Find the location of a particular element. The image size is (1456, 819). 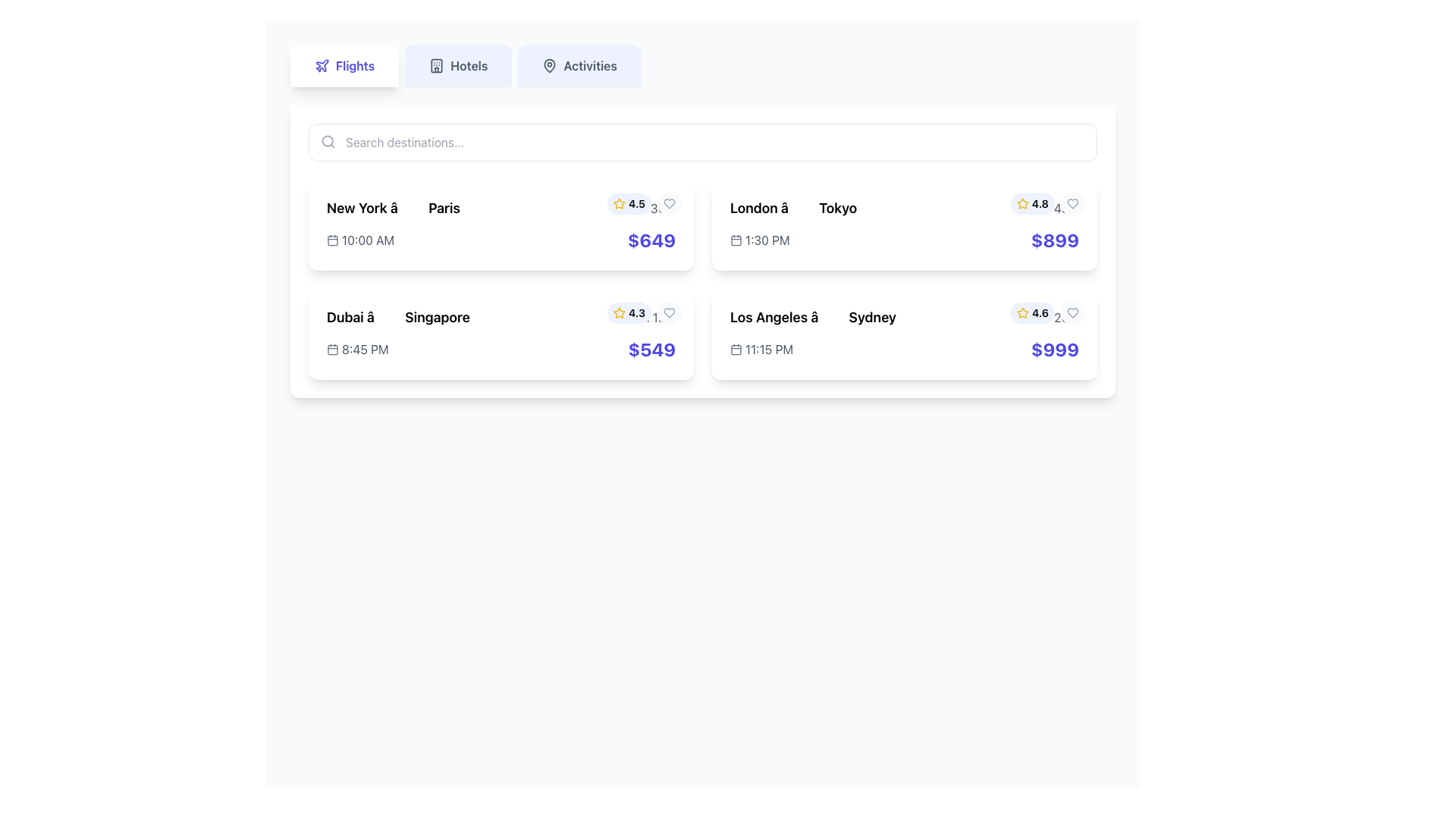

the bold text label displaying the price '$549' in indigo blue color is located at coordinates (651, 350).